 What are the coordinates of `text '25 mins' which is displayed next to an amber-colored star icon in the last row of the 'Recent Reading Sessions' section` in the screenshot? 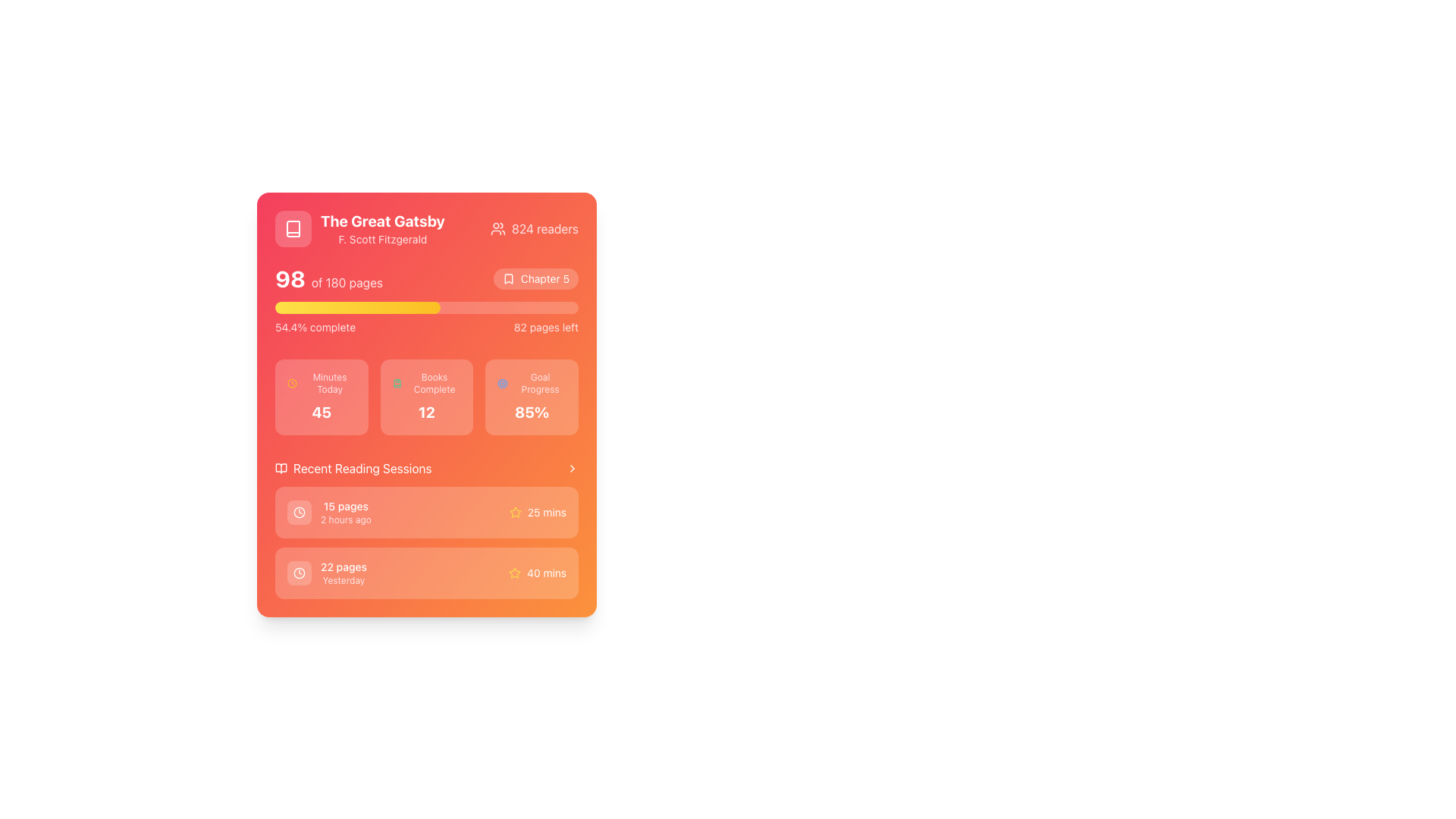 It's located at (538, 512).